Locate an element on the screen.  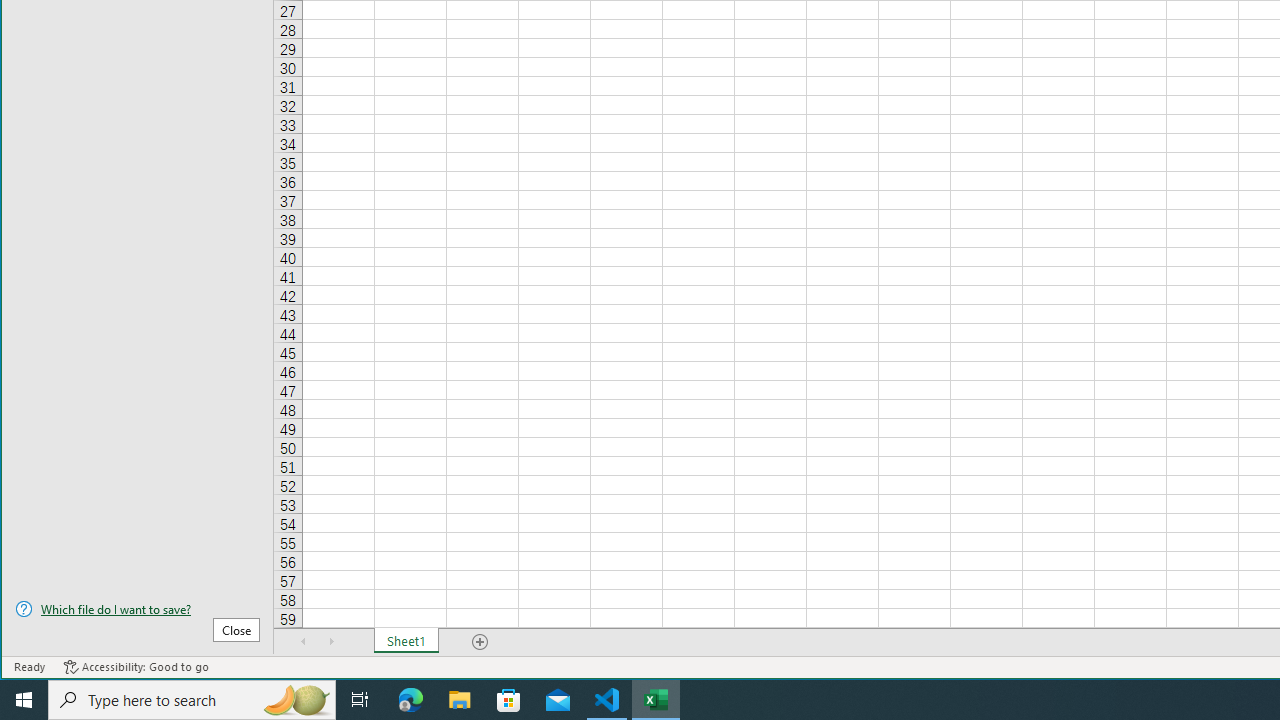
'Which file do I want to save?' is located at coordinates (136, 608).